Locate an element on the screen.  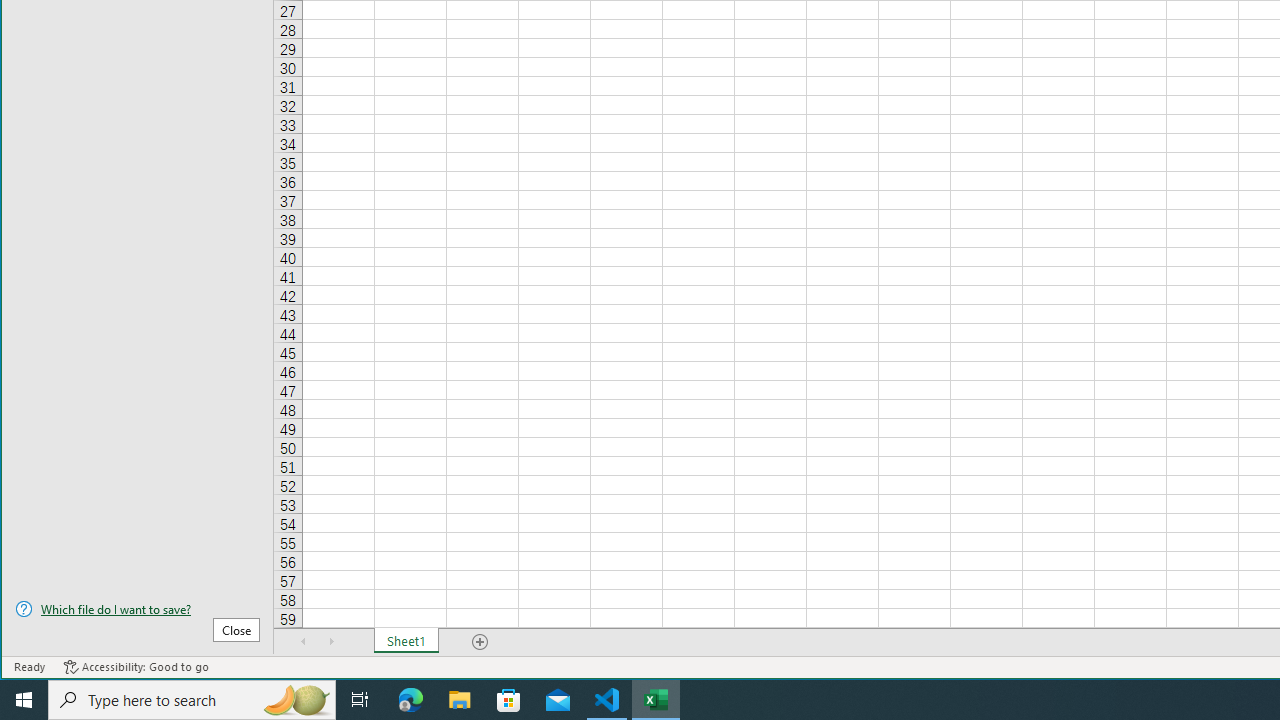
'Which file do I want to save?' is located at coordinates (136, 608).